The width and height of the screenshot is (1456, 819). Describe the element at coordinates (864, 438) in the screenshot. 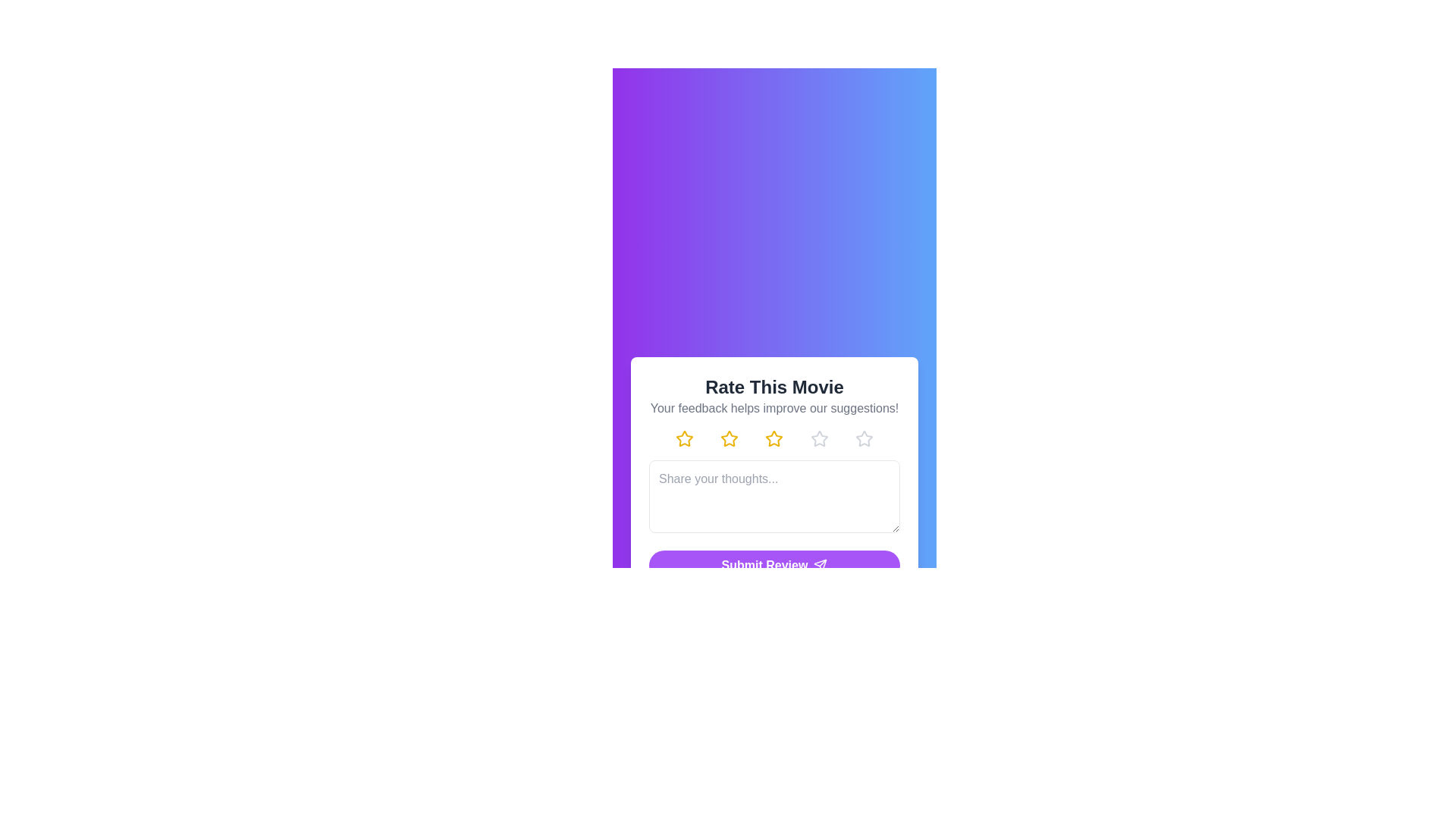

I see `the fourth star icon in the row of five stars used for rating, located beneath the text 'Rate This Movie'` at that location.